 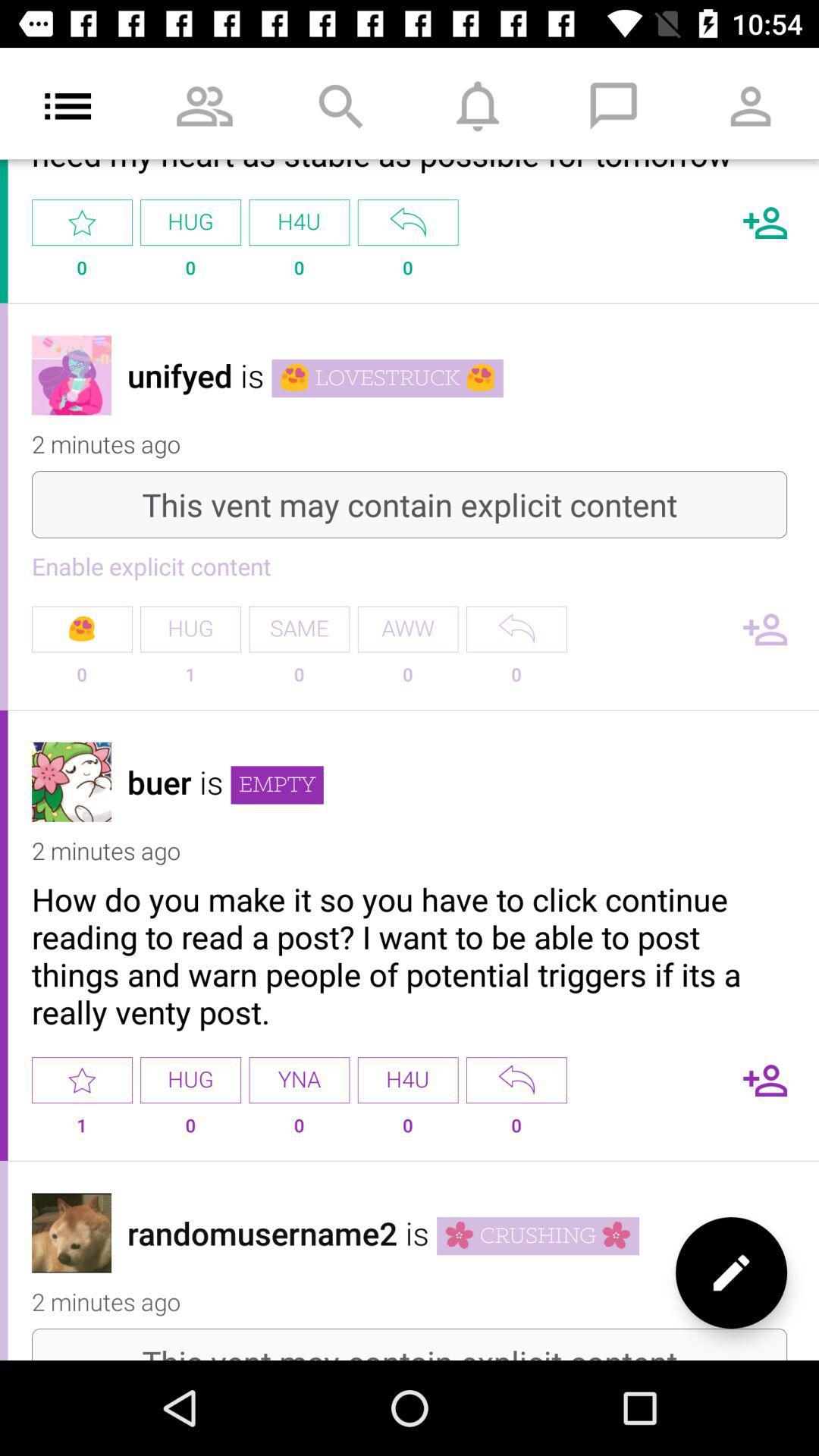 What do you see at coordinates (71, 375) in the screenshot?
I see `commenter 's page` at bounding box center [71, 375].